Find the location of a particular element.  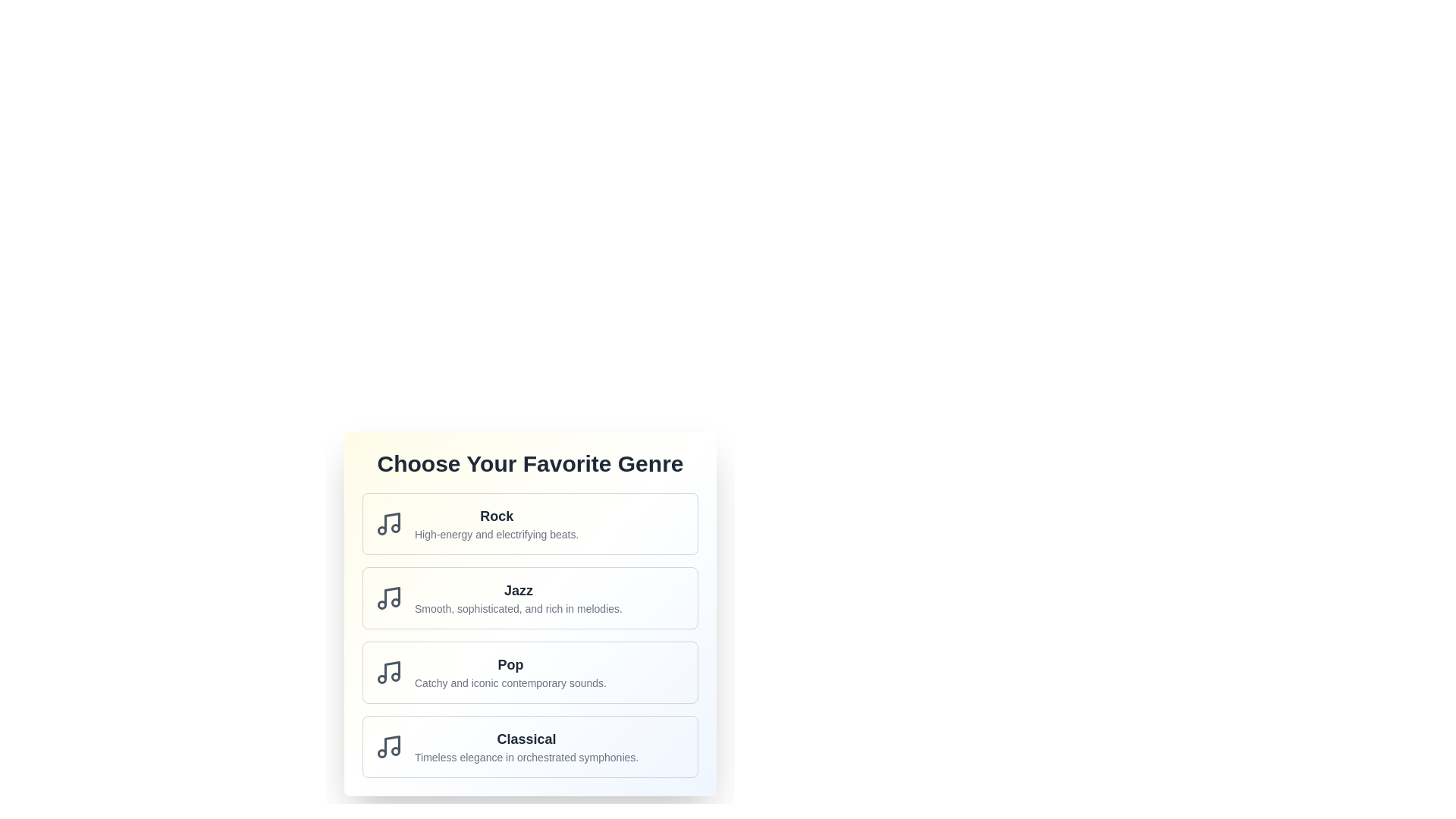

the musical notes icon located to the left of the 'Classical' text in the genre list is located at coordinates (389, 745).